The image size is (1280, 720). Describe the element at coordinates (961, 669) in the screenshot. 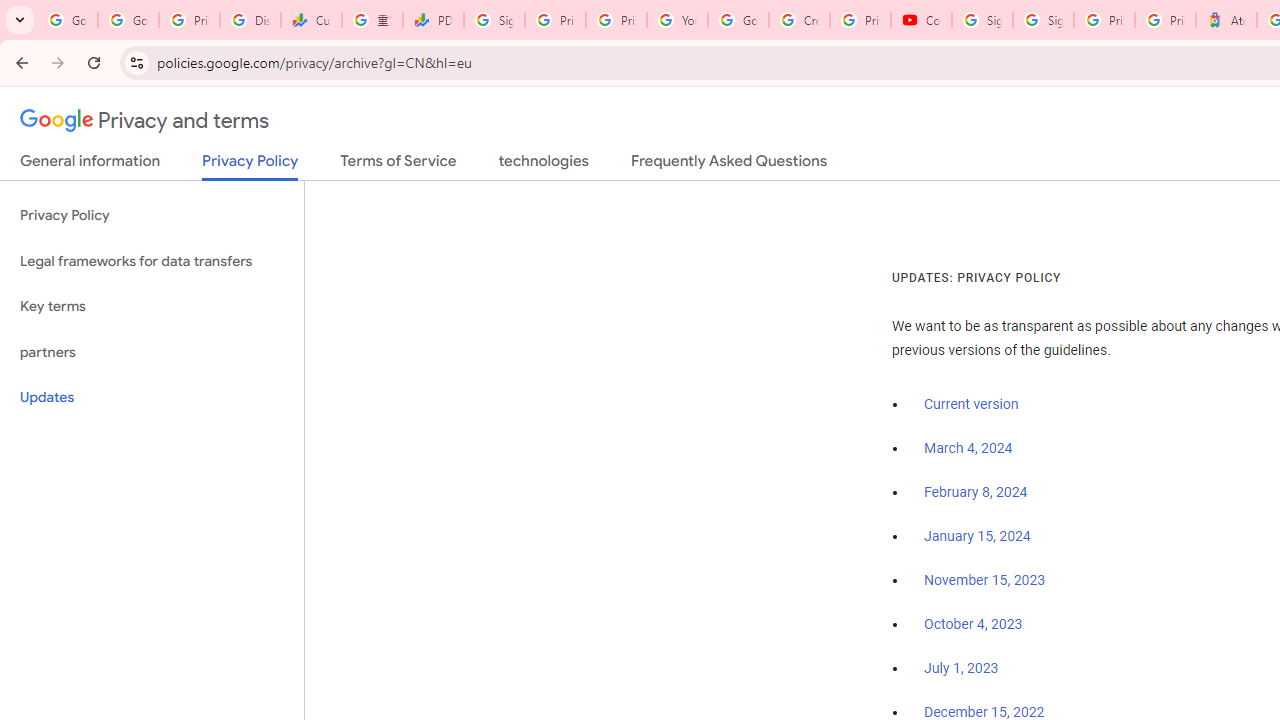

I see `'July 1, 2023'` at that location.